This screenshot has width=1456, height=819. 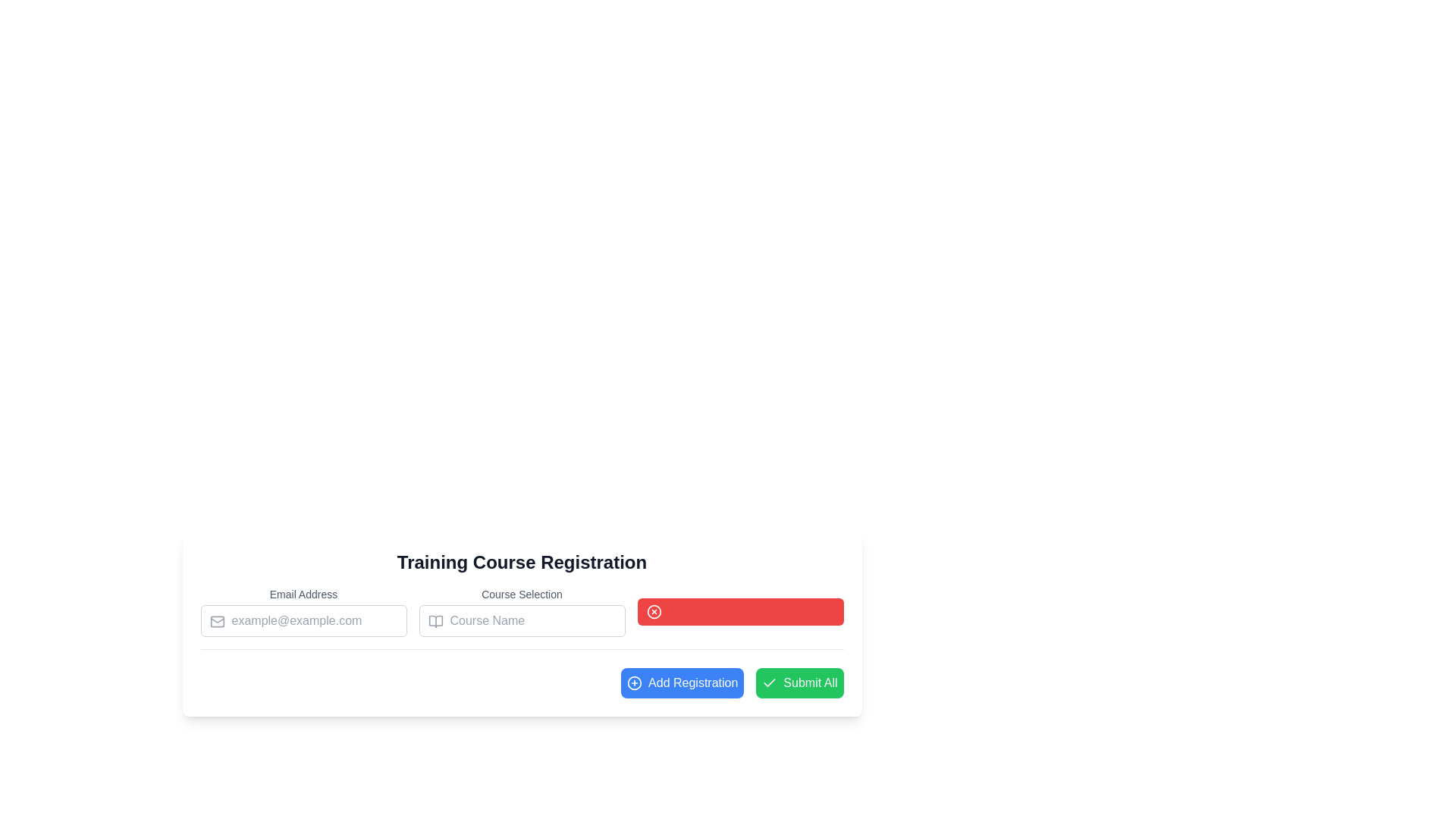 What do you see at coordinates (740, 610) in the screenshot?
I see `the 'Clear' or 'Remove' button located at the far right of the form row containing 'Email Address' and 'Course Selection' to trigger visual feedback` at bounding box center [740, 610].